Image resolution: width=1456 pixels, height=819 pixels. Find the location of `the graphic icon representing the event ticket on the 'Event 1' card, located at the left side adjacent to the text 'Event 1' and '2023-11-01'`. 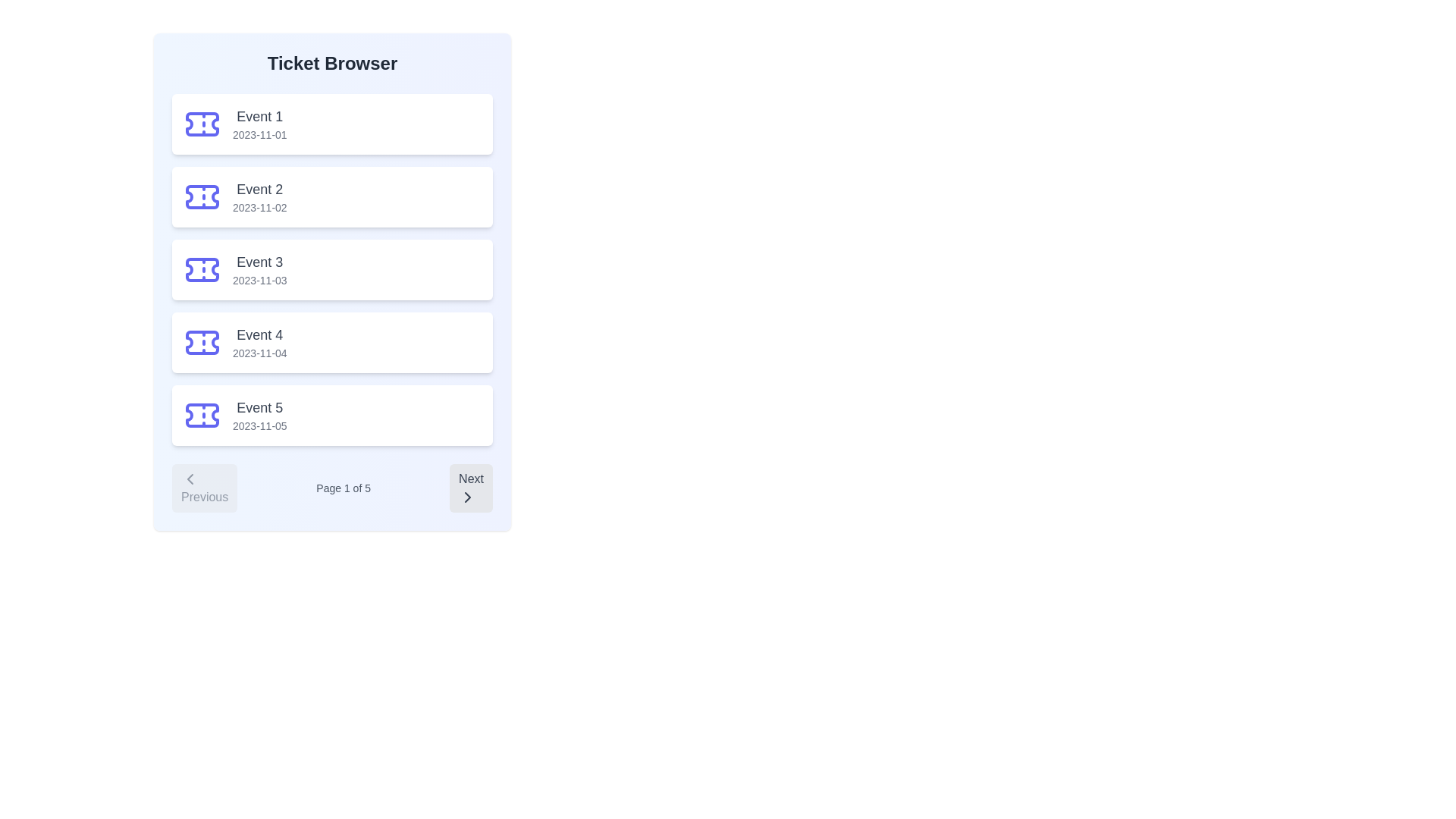

the graphic icon representing the event ticket on the 'Event 1' card, located at the left side adjacent to the text 'Event 1' and '2023-11-01' is located at coordinates (202, 124).